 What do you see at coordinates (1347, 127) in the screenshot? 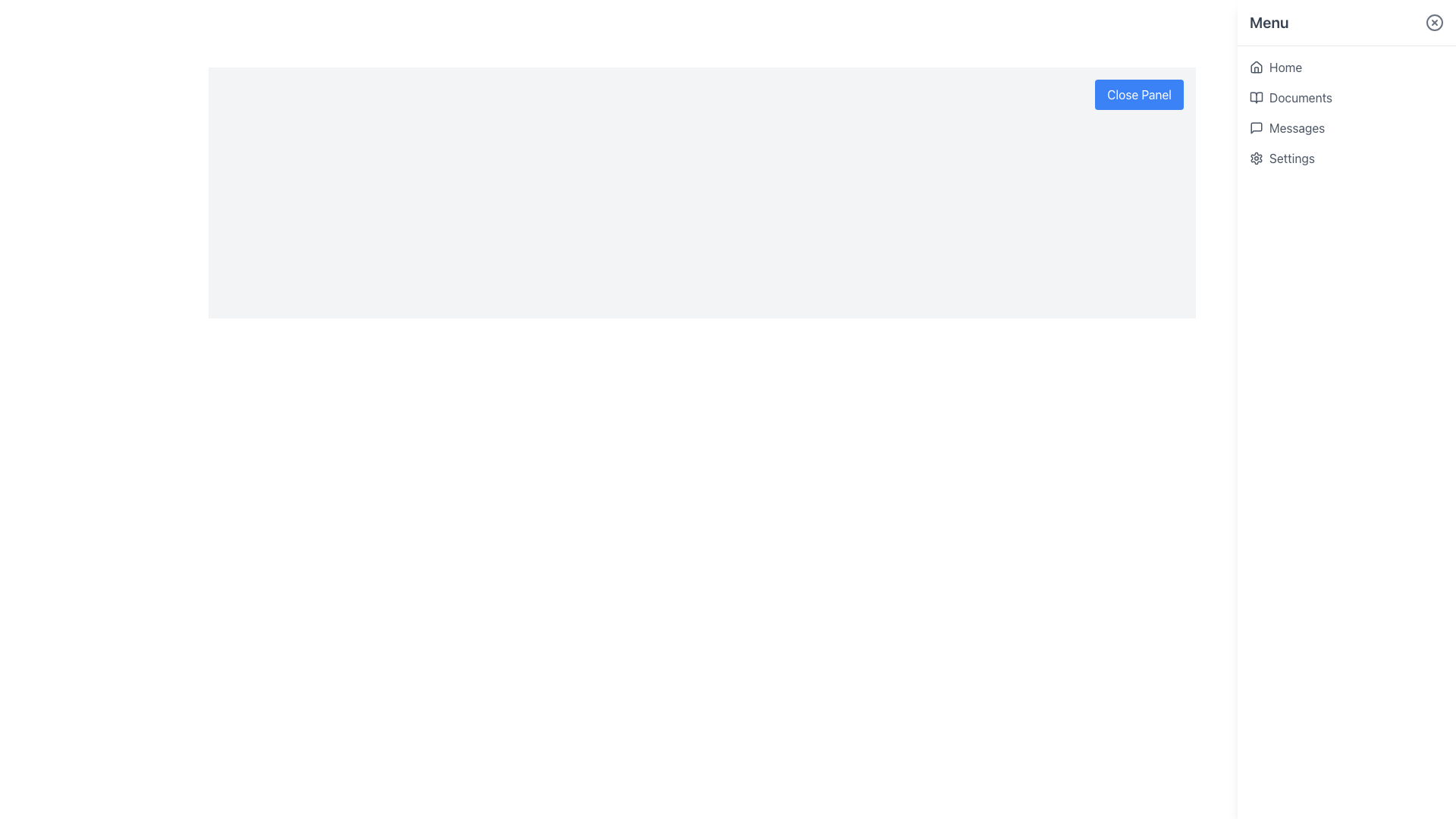
I see `the 'Messages' button in the vertical navigation menu` at bounding box center [1347, 127].